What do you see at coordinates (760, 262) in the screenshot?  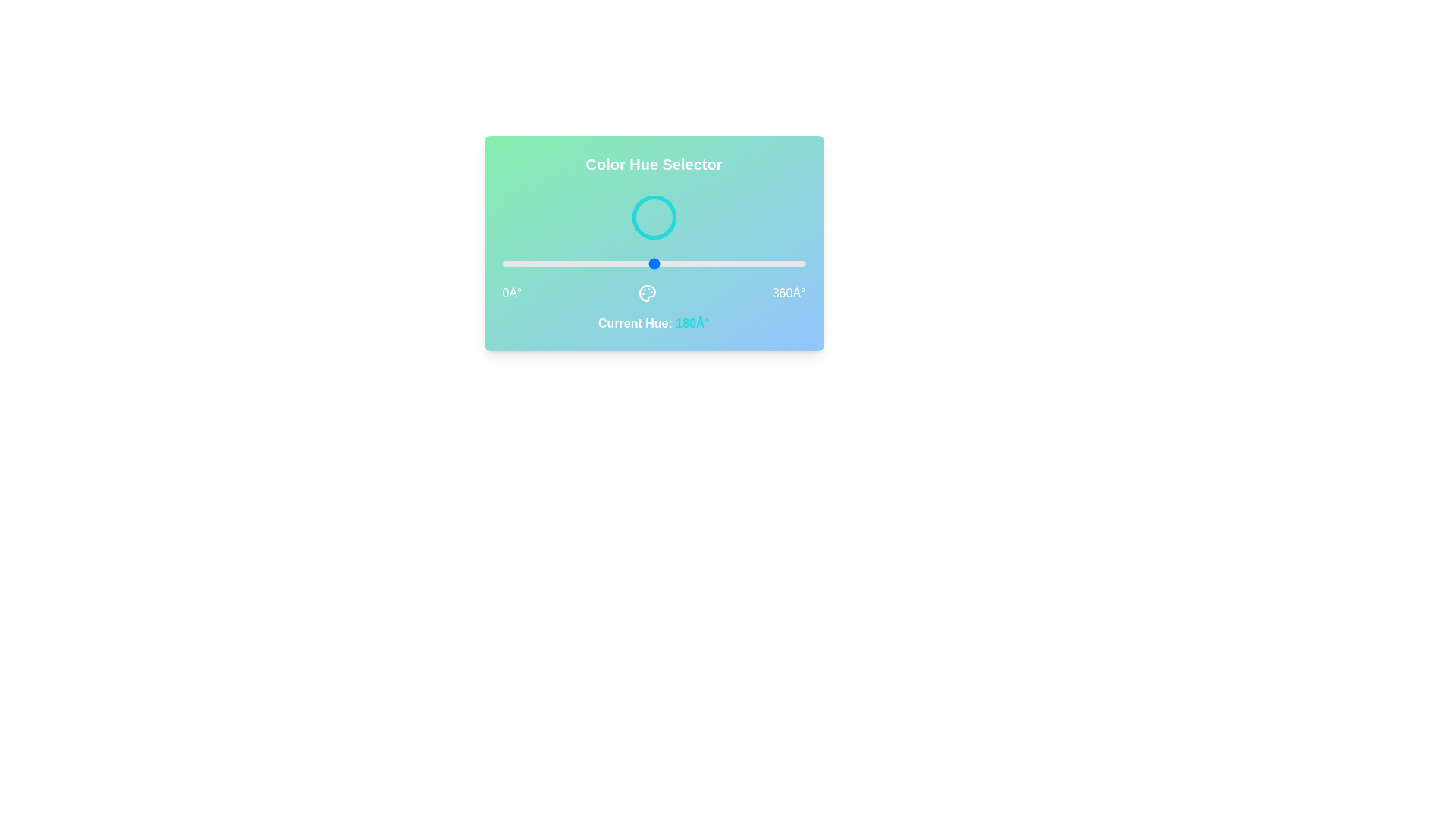 I see `the hue to 306° by dragging the slider` at bounding box center [760, 262].